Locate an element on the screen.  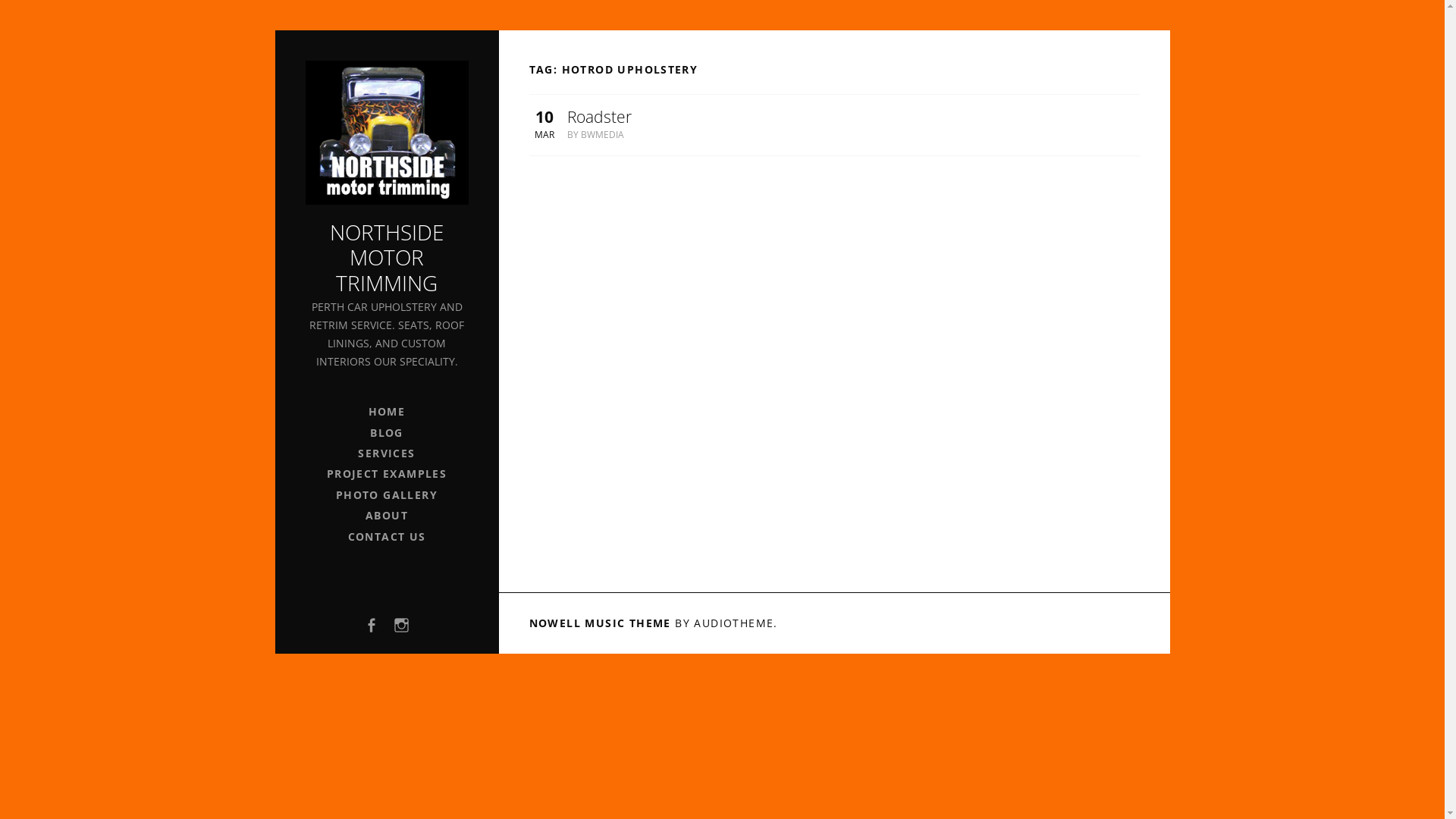
'INSTAGRAM' is located at coordinates (402, 625).